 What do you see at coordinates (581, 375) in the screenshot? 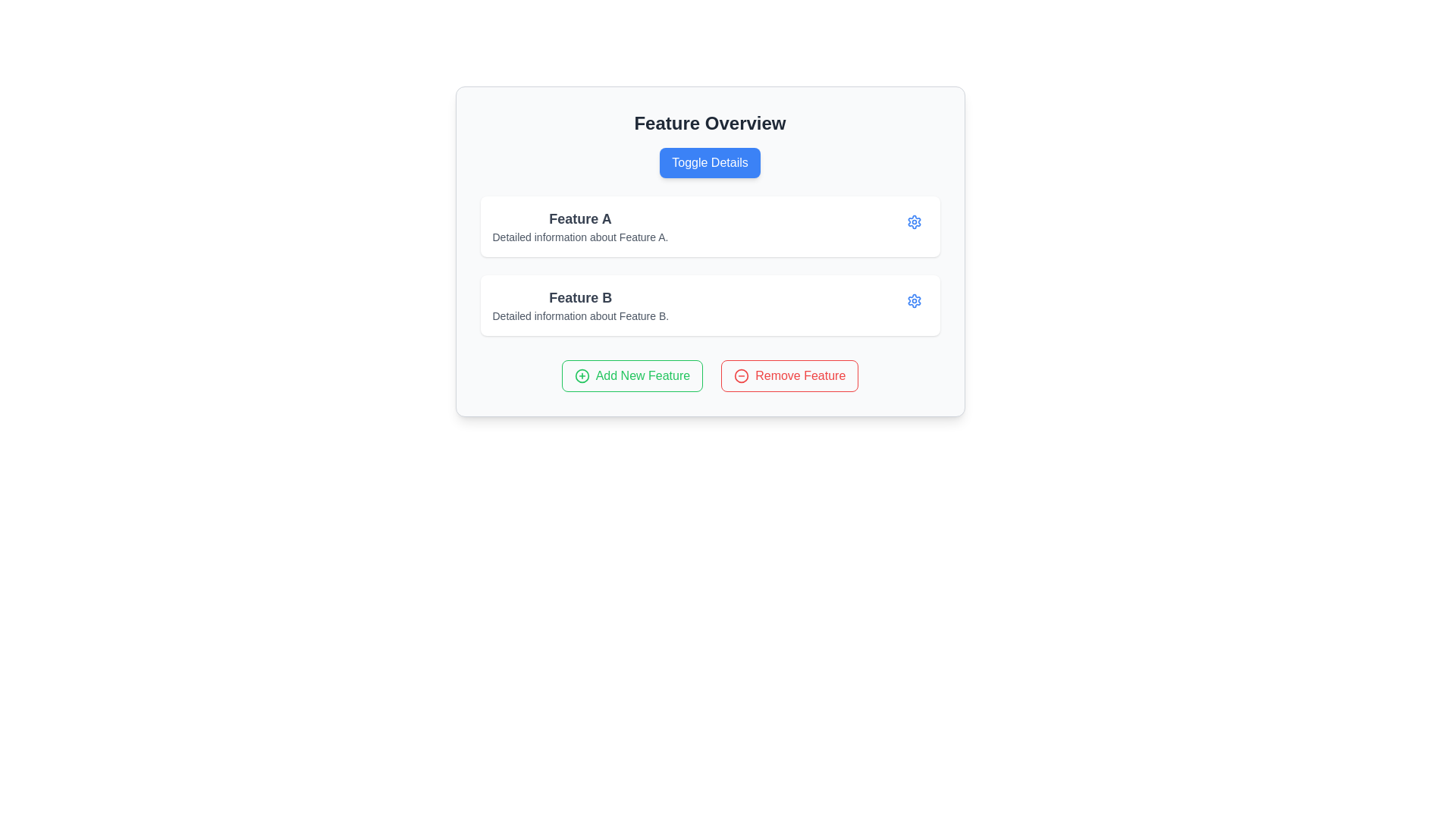
I see `the green outlined circular icon with a '+' symbol located inside the 'Add New Feature' button at the bottom left` at bounding box center [581, 375].